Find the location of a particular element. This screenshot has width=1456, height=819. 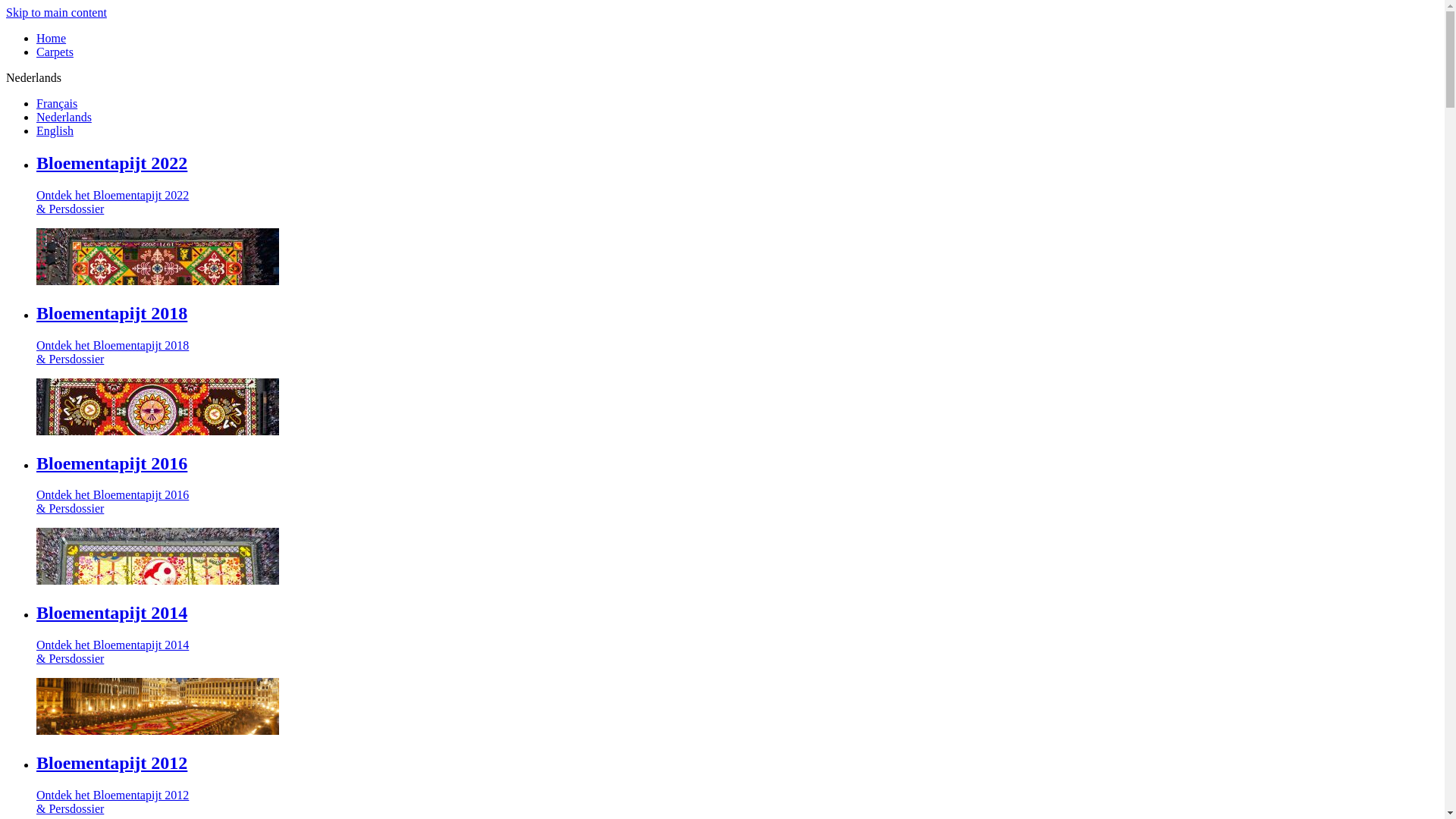

'Home' is located at coordinates (51, 37).